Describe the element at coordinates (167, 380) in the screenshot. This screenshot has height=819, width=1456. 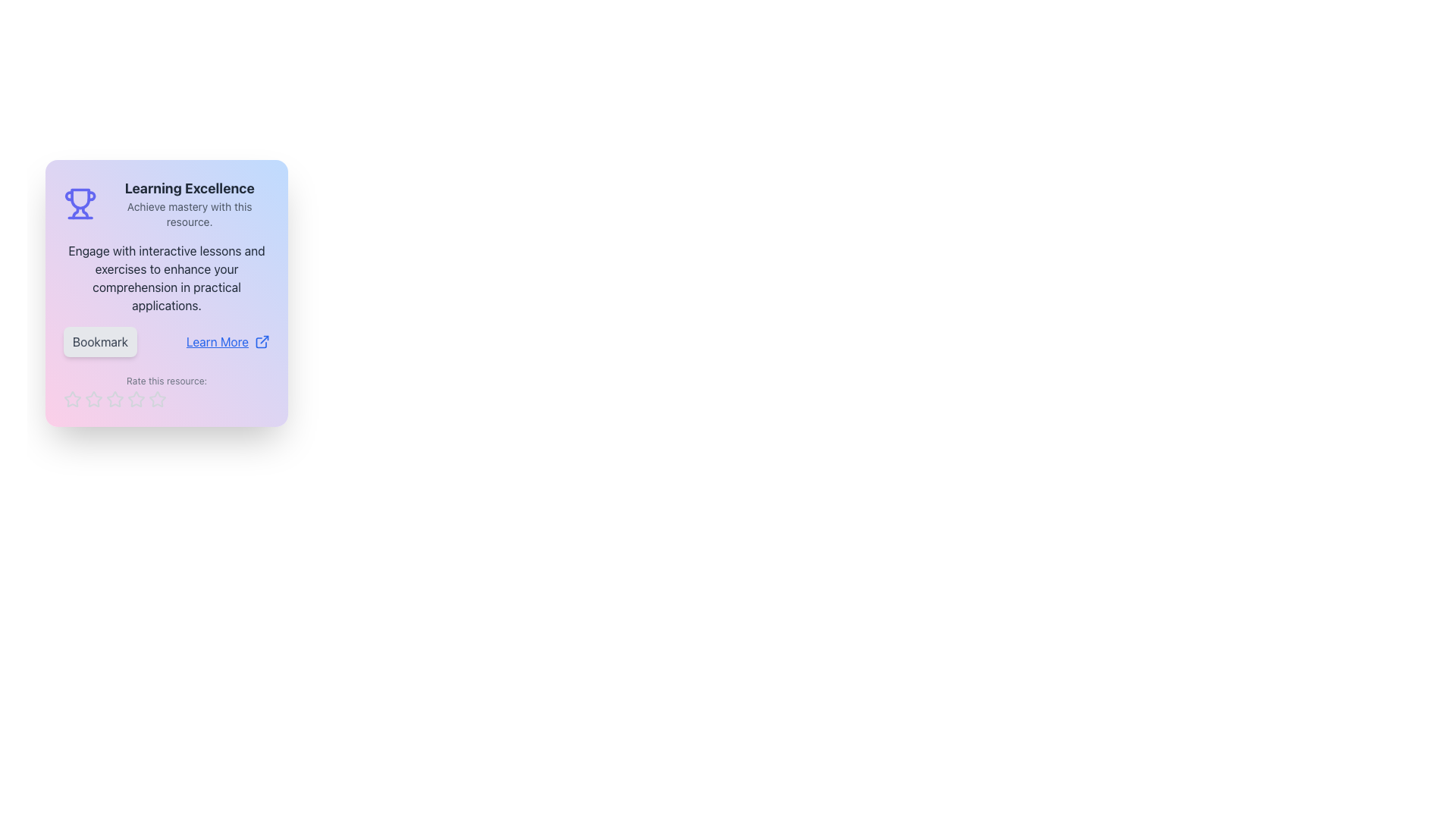
I see `the textual label that instructs users about the purpose of the star icons in the rating component, located at the bottom of the card-like interface` at that location.